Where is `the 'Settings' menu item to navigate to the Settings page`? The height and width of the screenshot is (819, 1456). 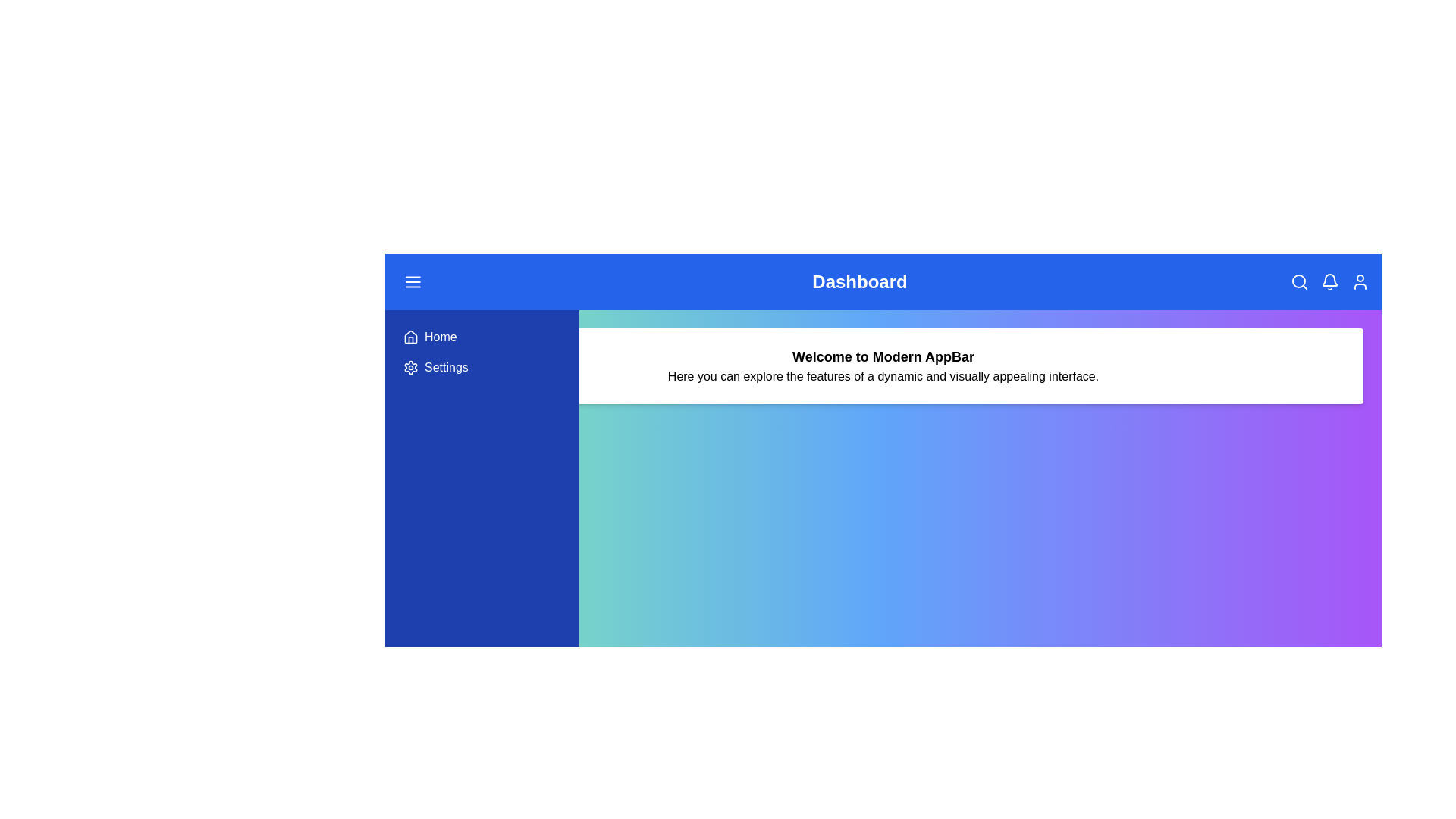
the 'Settings' menu item to navigate to the Settings page is located at coordinates (481, 368).